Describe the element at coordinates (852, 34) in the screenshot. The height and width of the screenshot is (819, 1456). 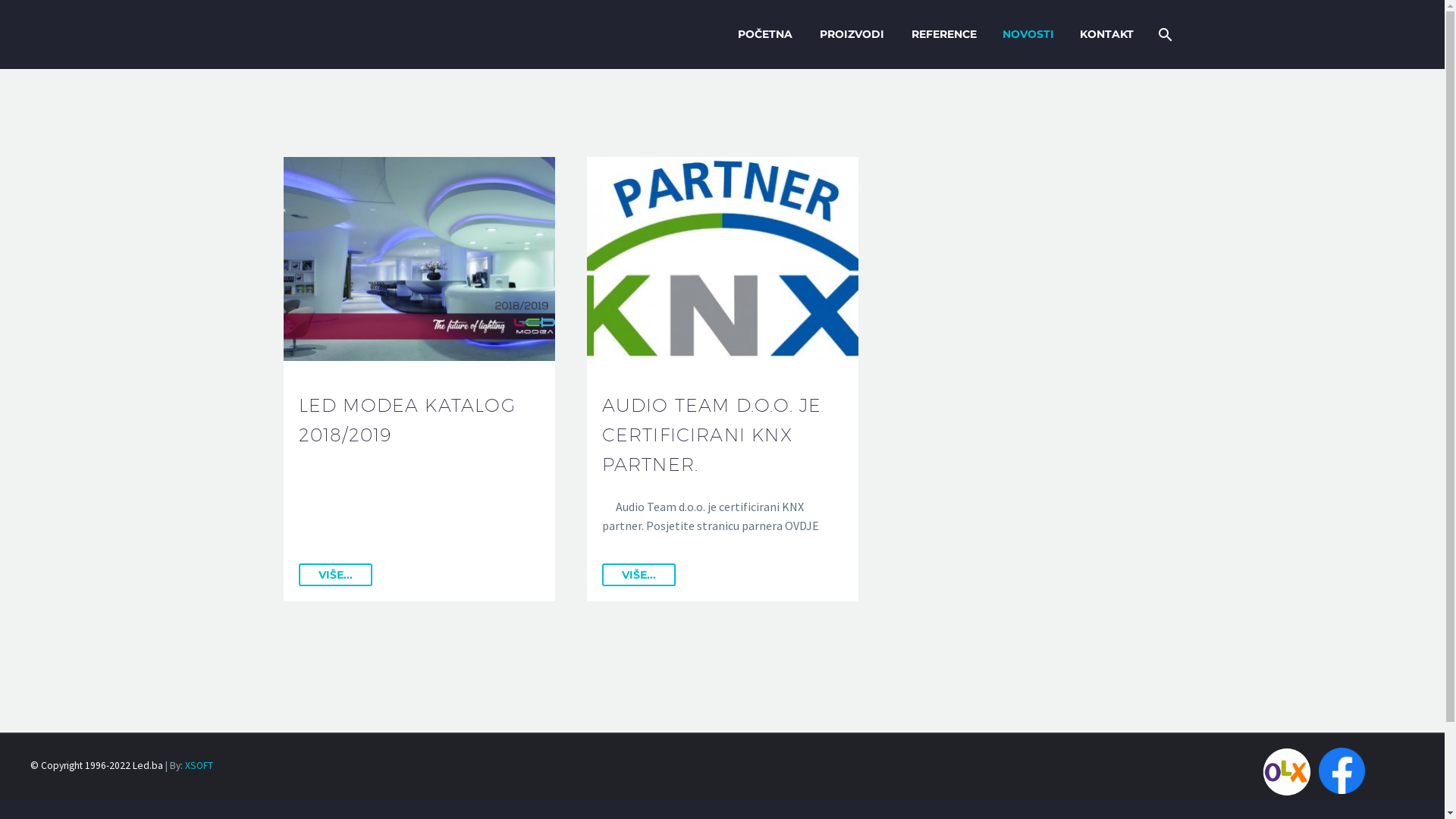
I see `'PROIZVODI'` at that location.